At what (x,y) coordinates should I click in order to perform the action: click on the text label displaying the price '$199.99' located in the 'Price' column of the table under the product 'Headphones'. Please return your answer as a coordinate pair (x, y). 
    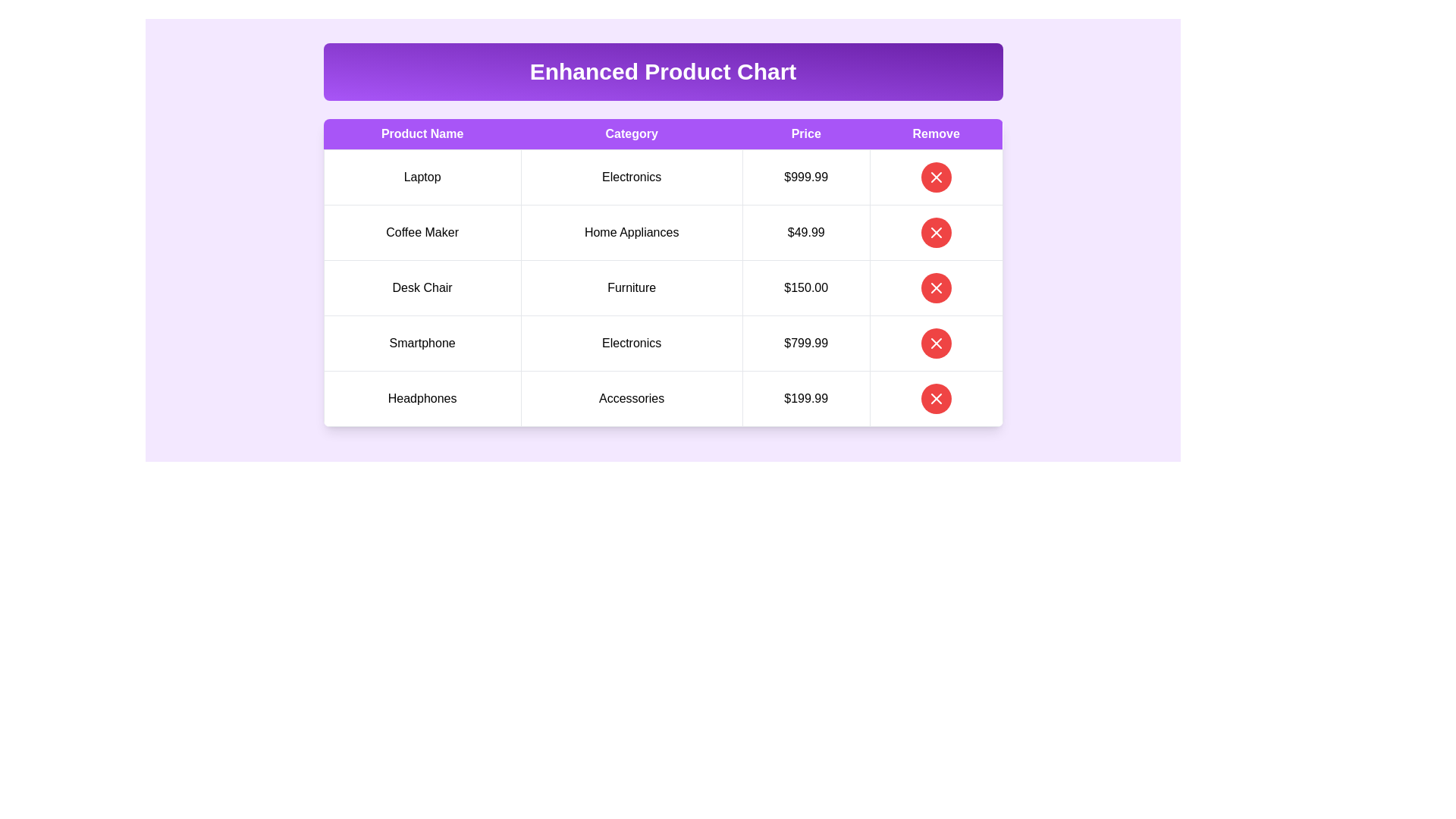
    Looking at the image, I should click on (805, 397).